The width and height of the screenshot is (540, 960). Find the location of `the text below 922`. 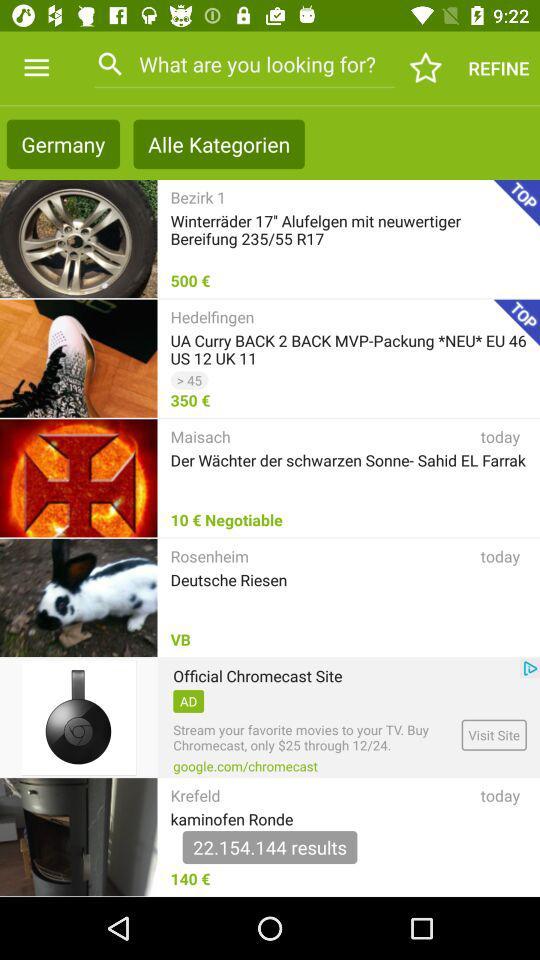

the text below 922 is located at coordinates (498, 68).